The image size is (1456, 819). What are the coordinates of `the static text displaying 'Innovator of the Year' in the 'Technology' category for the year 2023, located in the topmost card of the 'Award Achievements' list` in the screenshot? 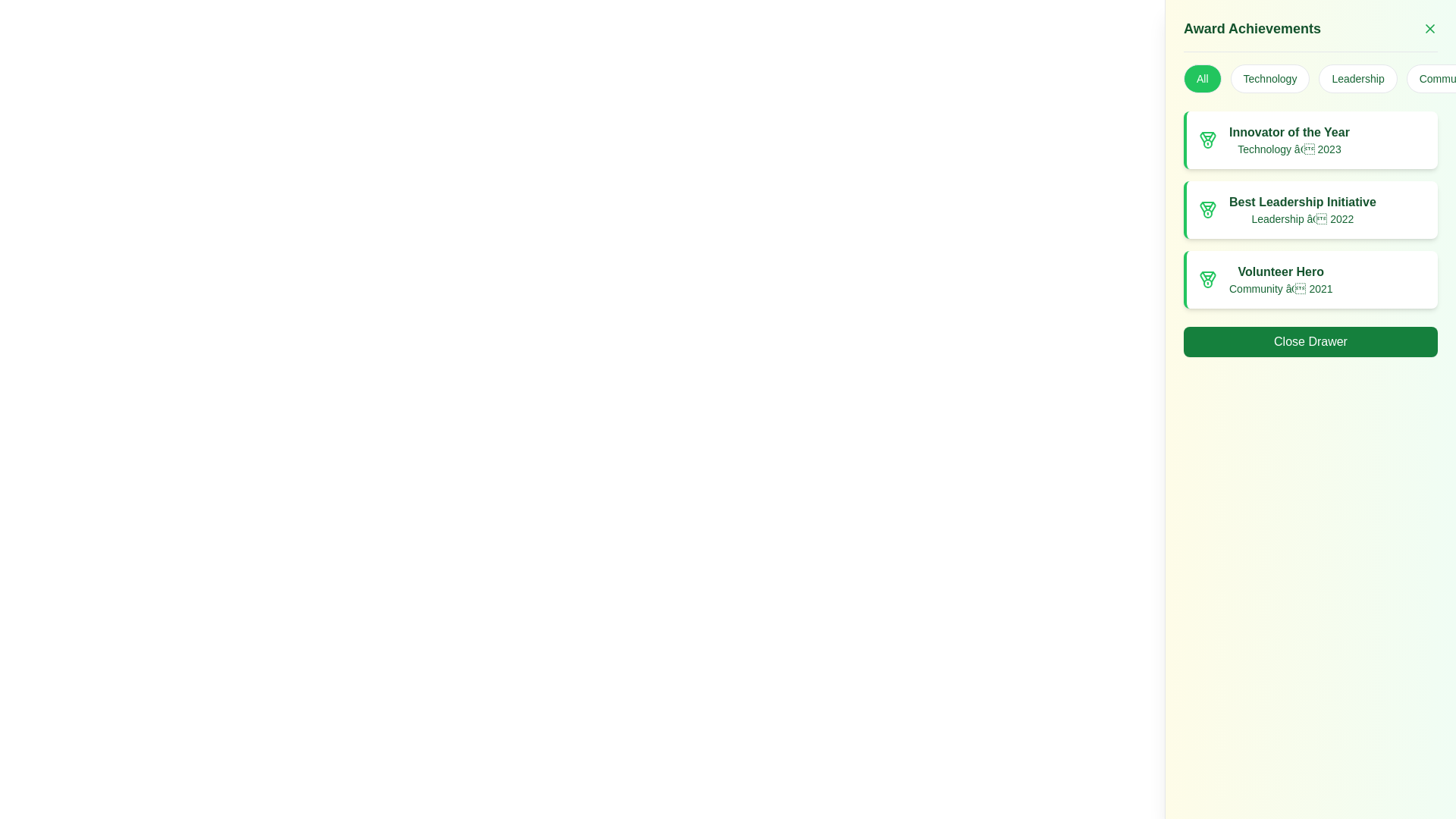 It's located at (1288, 140).